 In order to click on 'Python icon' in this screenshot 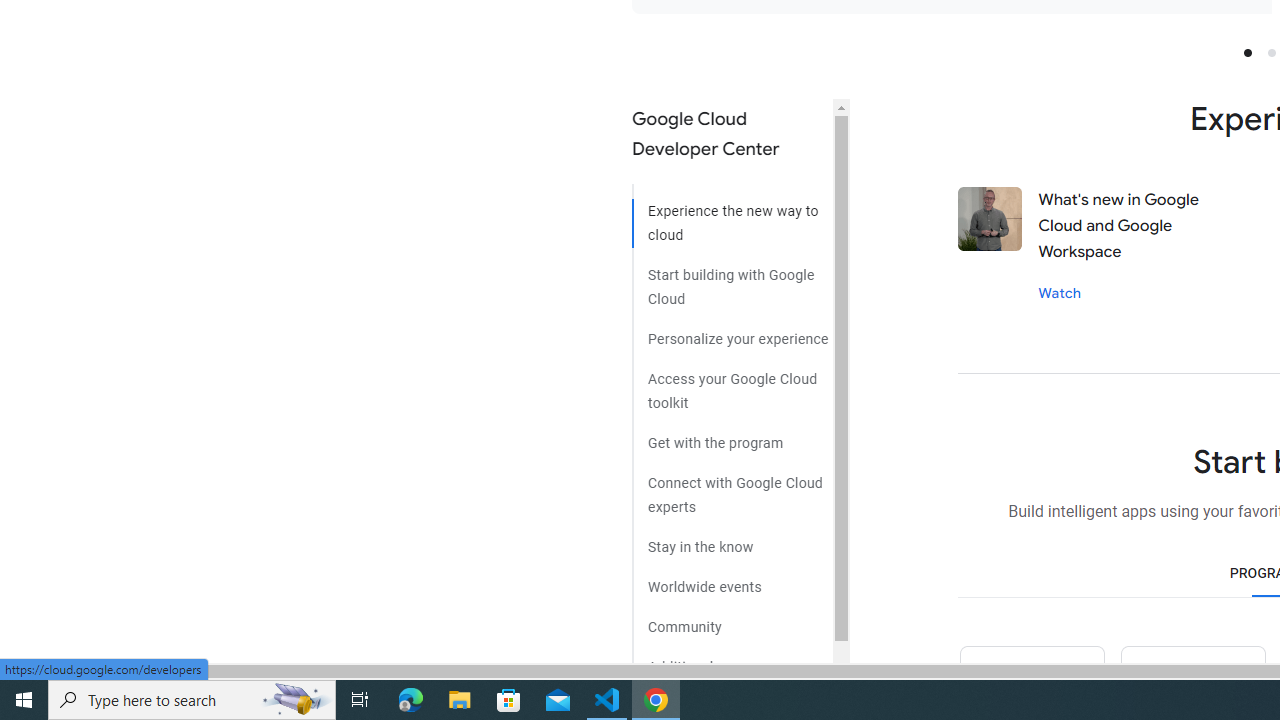, I will do `click(1031, 681)`.